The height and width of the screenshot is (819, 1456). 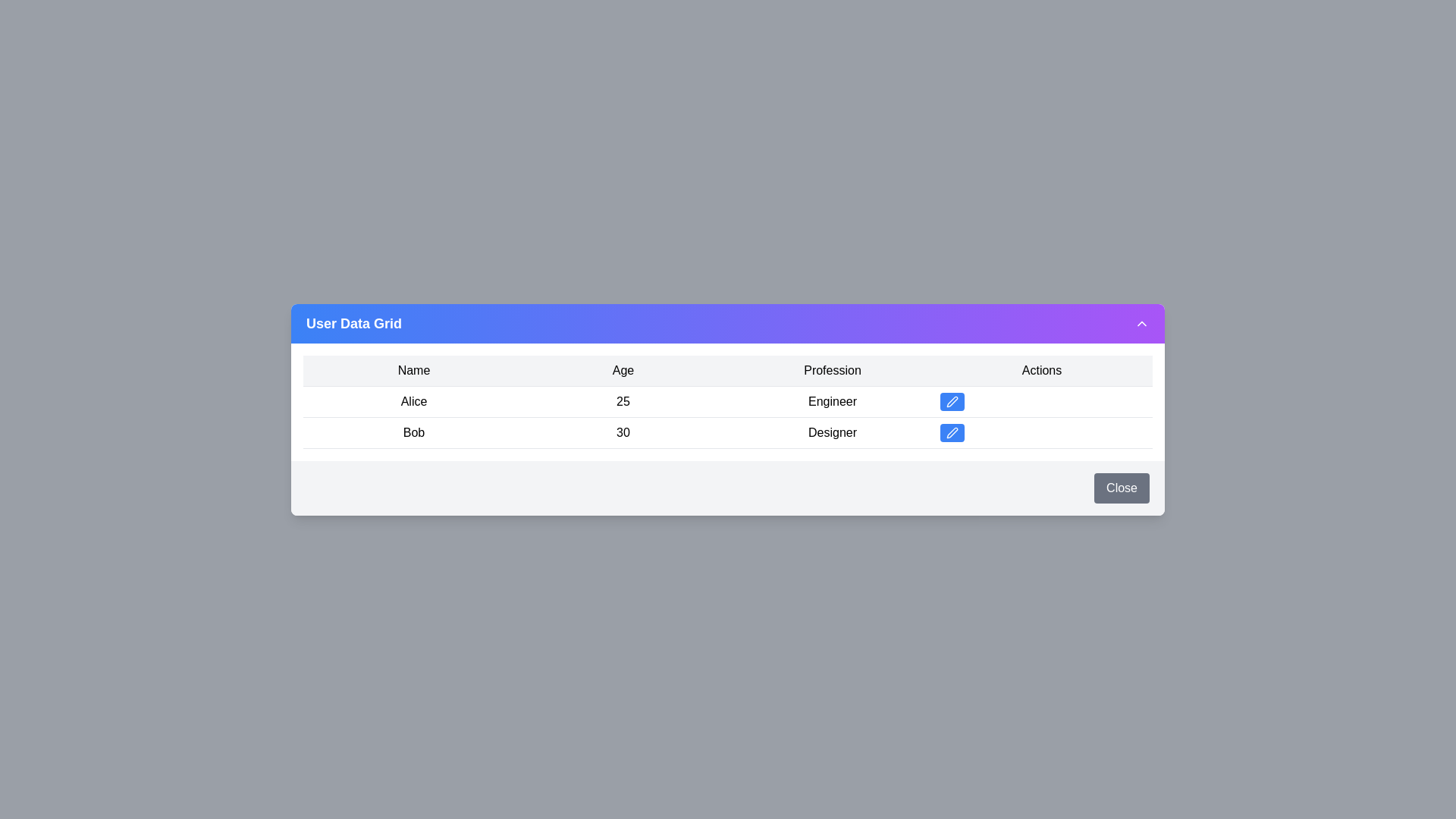 I want to click on the text label displaying the name 'Alice' in the data grid under the 'Name' column, so click(x=414, y=400).